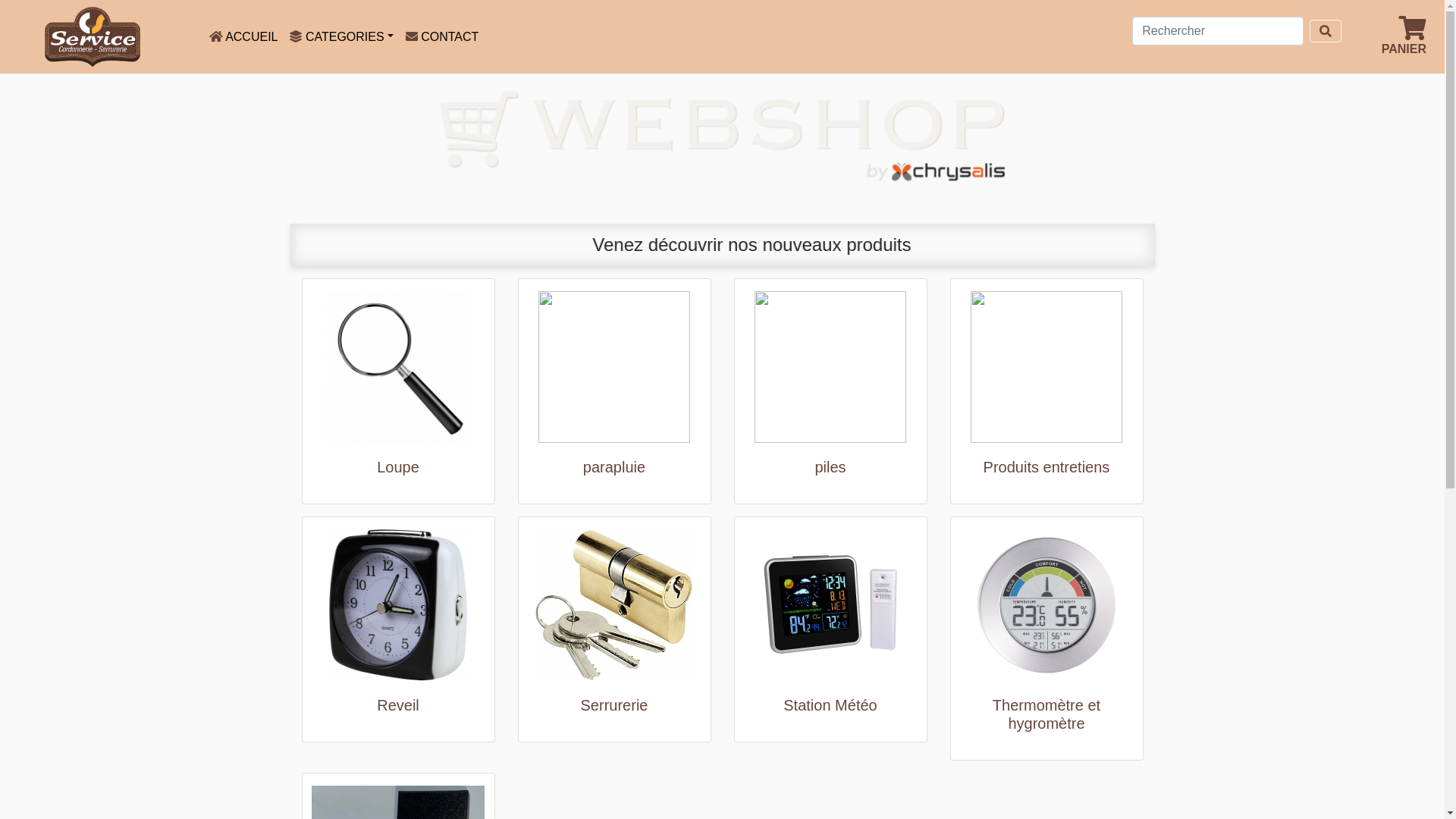  I want to click on 'PANIER', so click(1403, 35).